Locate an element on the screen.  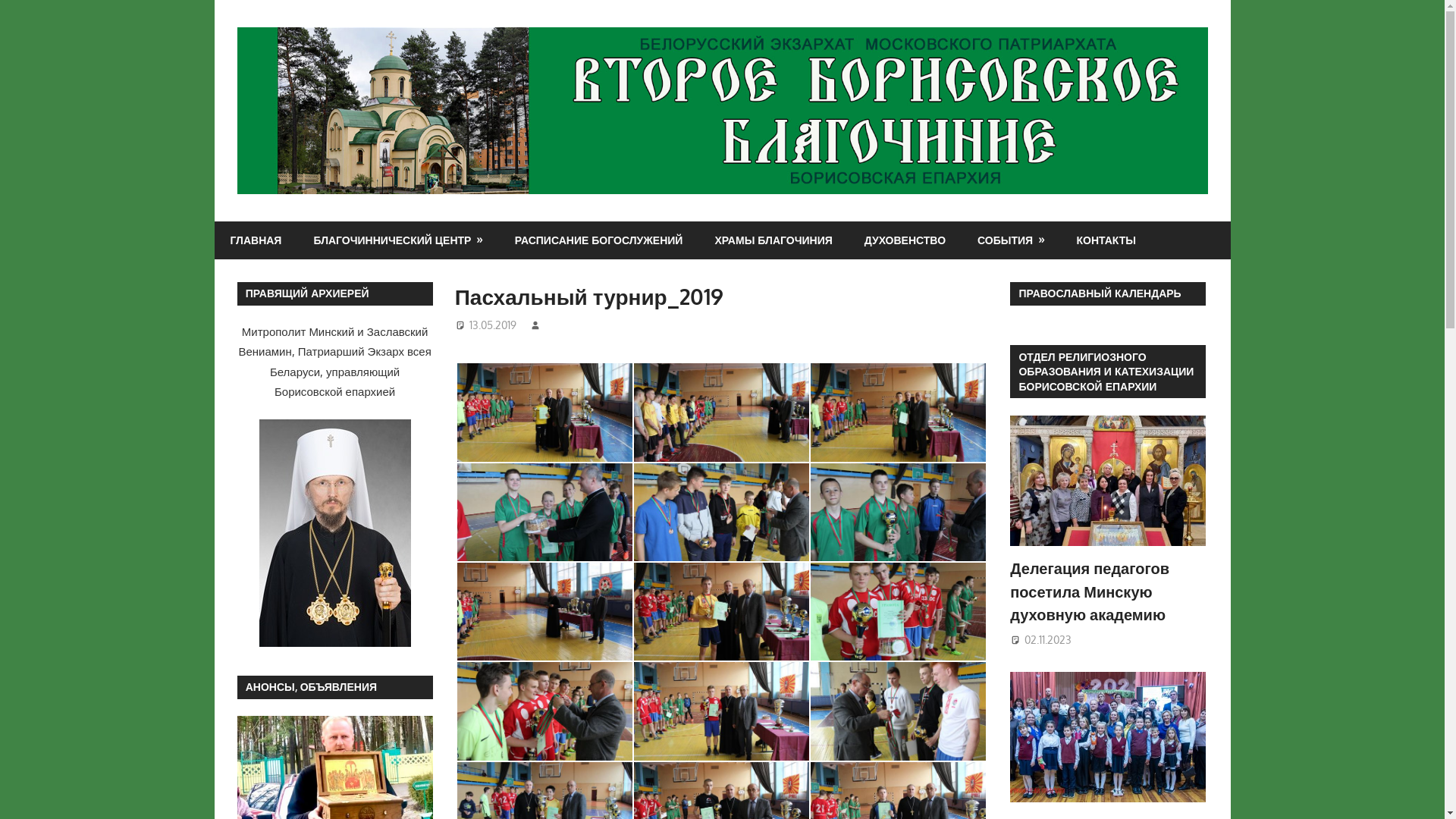
'02.11.2023' is located at coordinates (1047, 639).